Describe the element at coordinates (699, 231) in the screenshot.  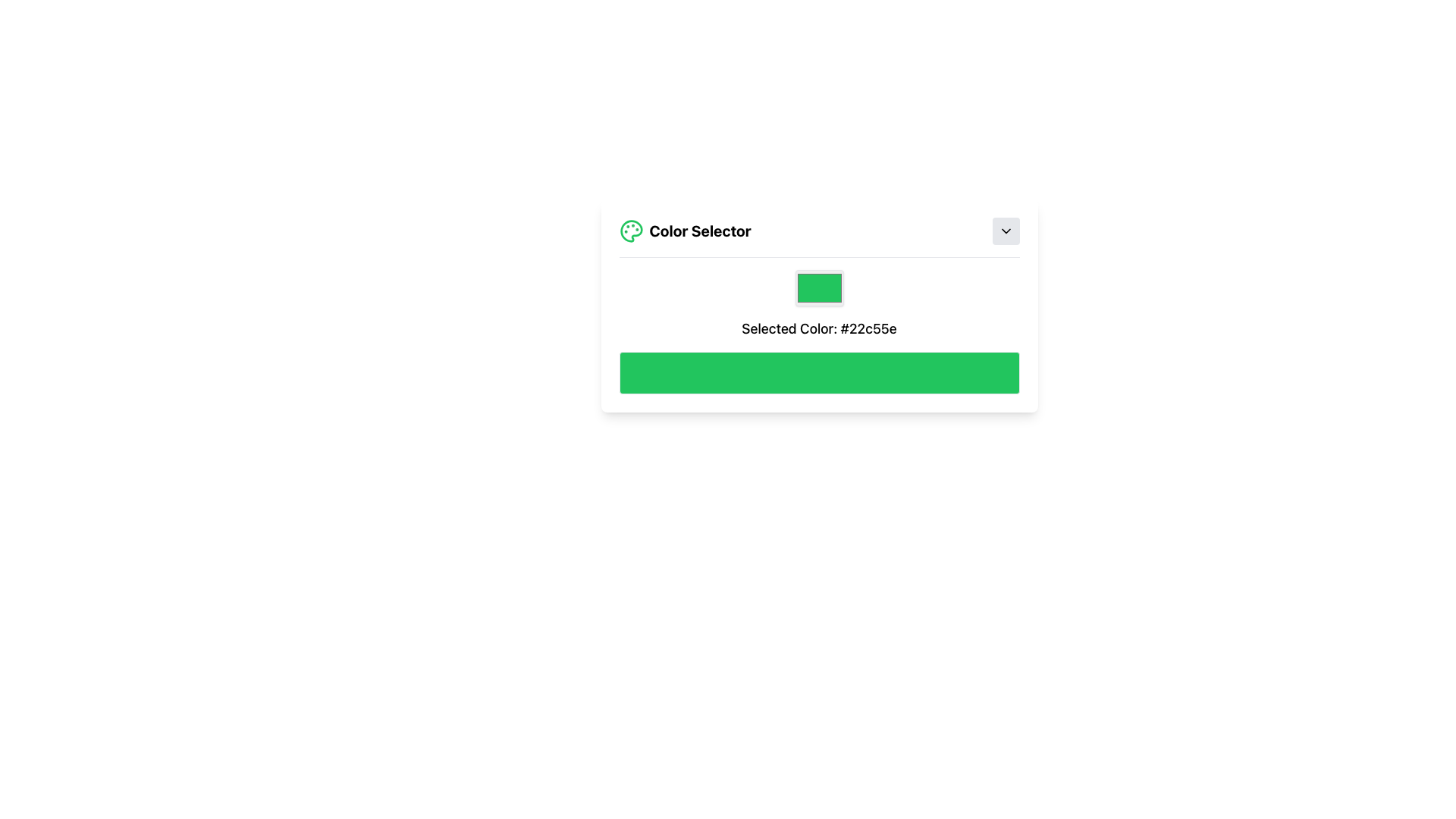
I see `the text label displaying 'Color Selector', which is styled with bold and large font and located above the color display grid` at that location.